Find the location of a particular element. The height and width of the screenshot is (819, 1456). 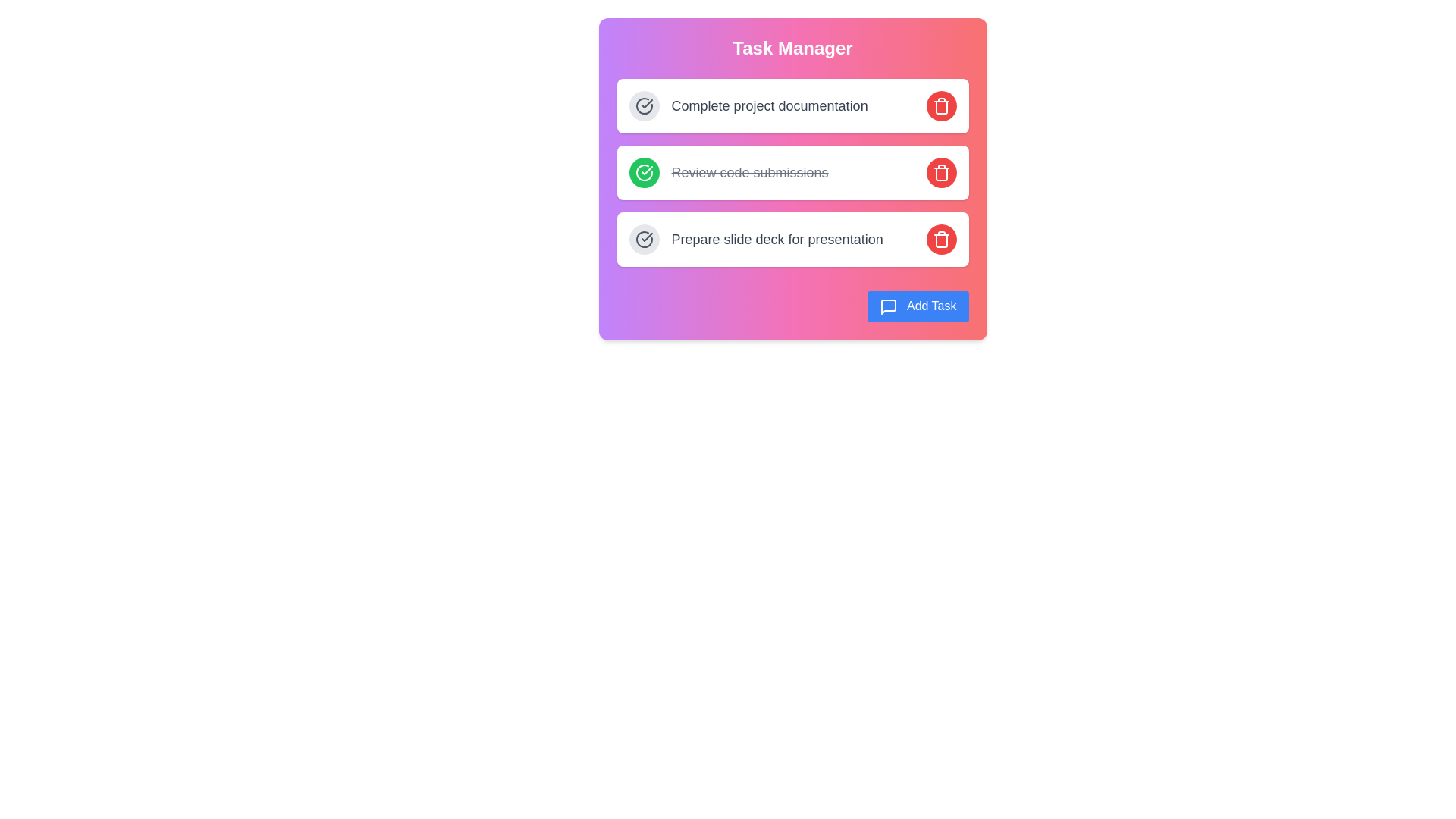

the circular button with a gray background and a check icon to possibly display additional information is located at coordinates (644, 105).